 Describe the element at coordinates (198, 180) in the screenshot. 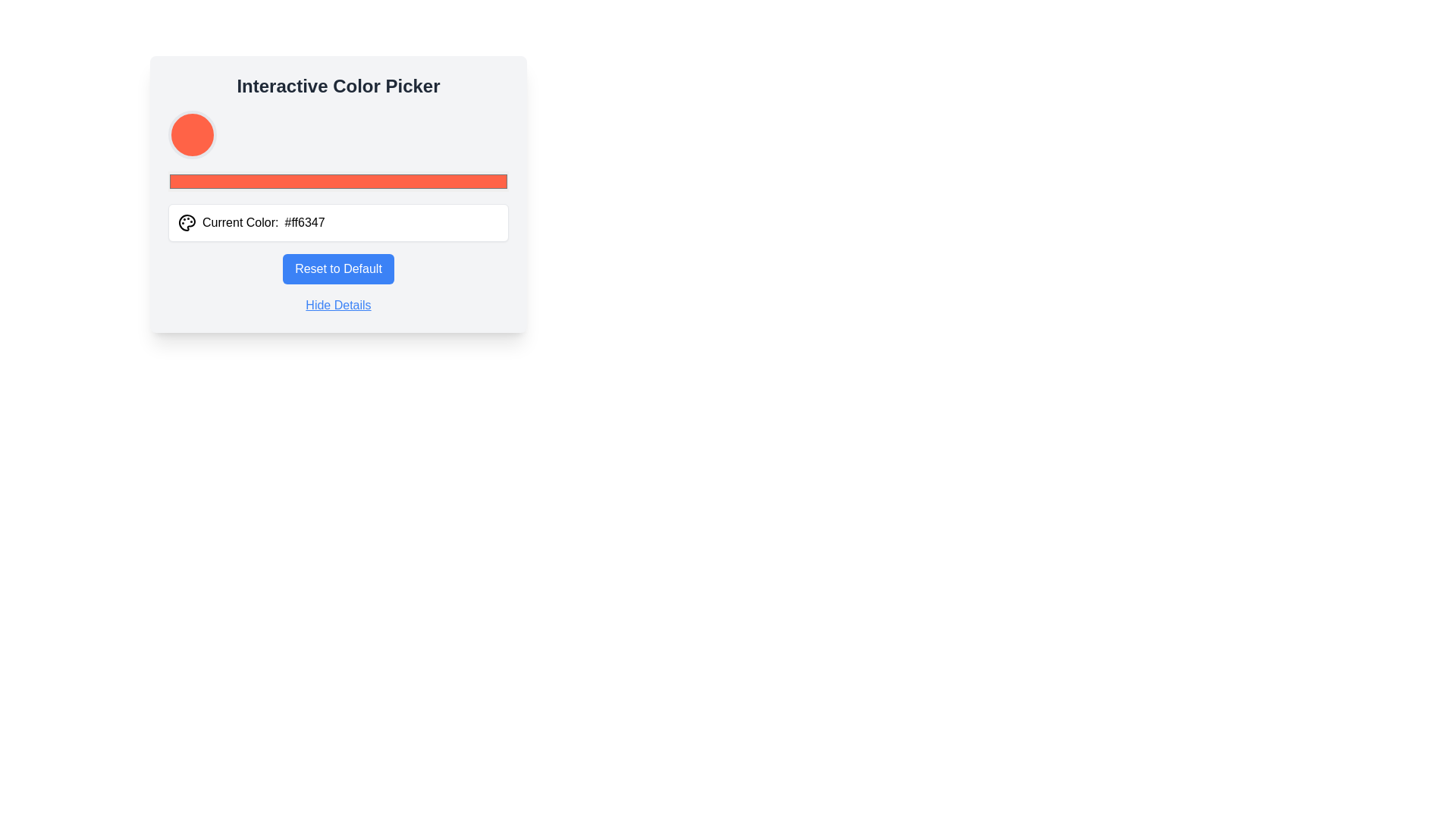

I see `the slider value` at that location.